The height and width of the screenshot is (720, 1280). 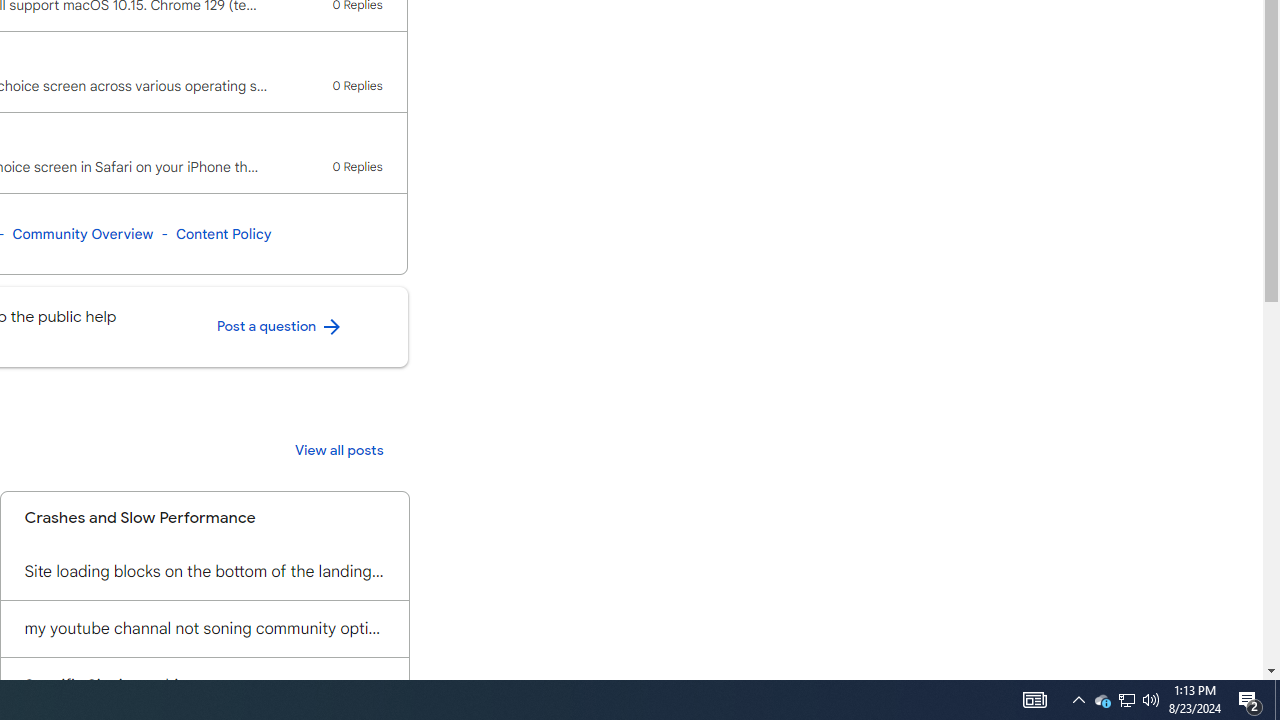 I want to click on 'Community Overview', so click(x=81, y=233).